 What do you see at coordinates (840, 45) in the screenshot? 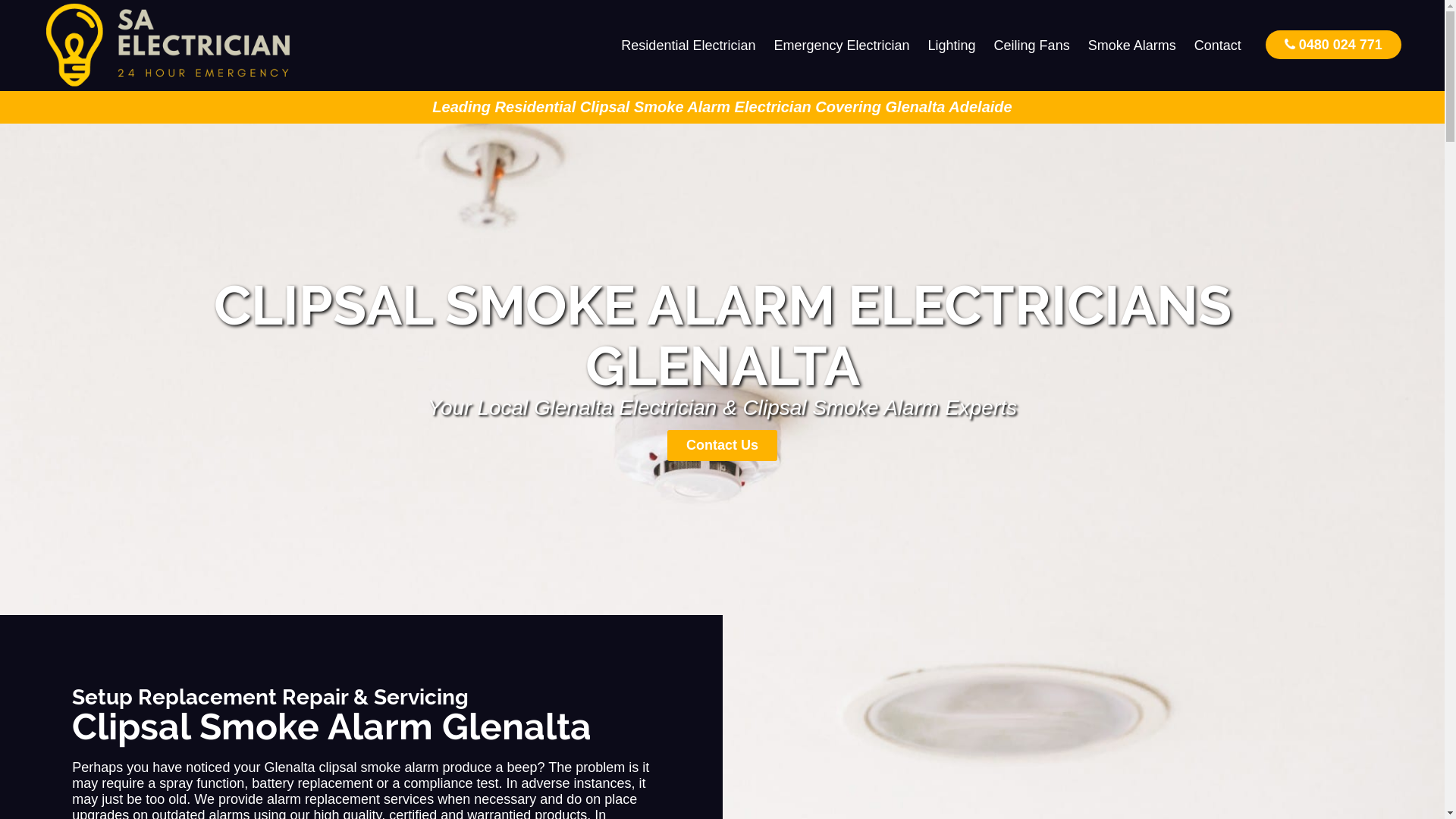
I see `'Emergency Electrician'` at bounding box center [840, 45].